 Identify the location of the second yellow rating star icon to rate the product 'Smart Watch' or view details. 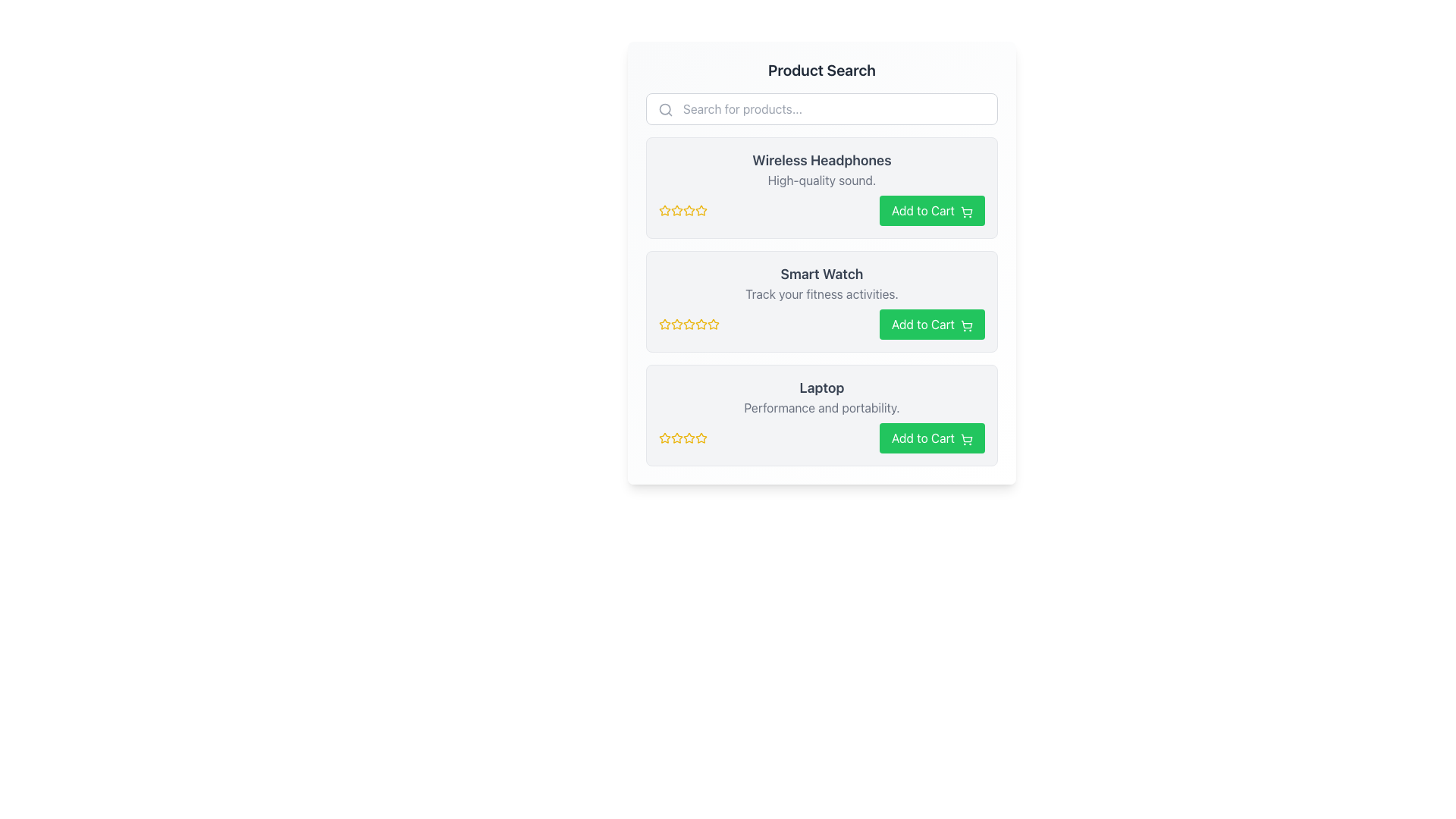
(665, 323).